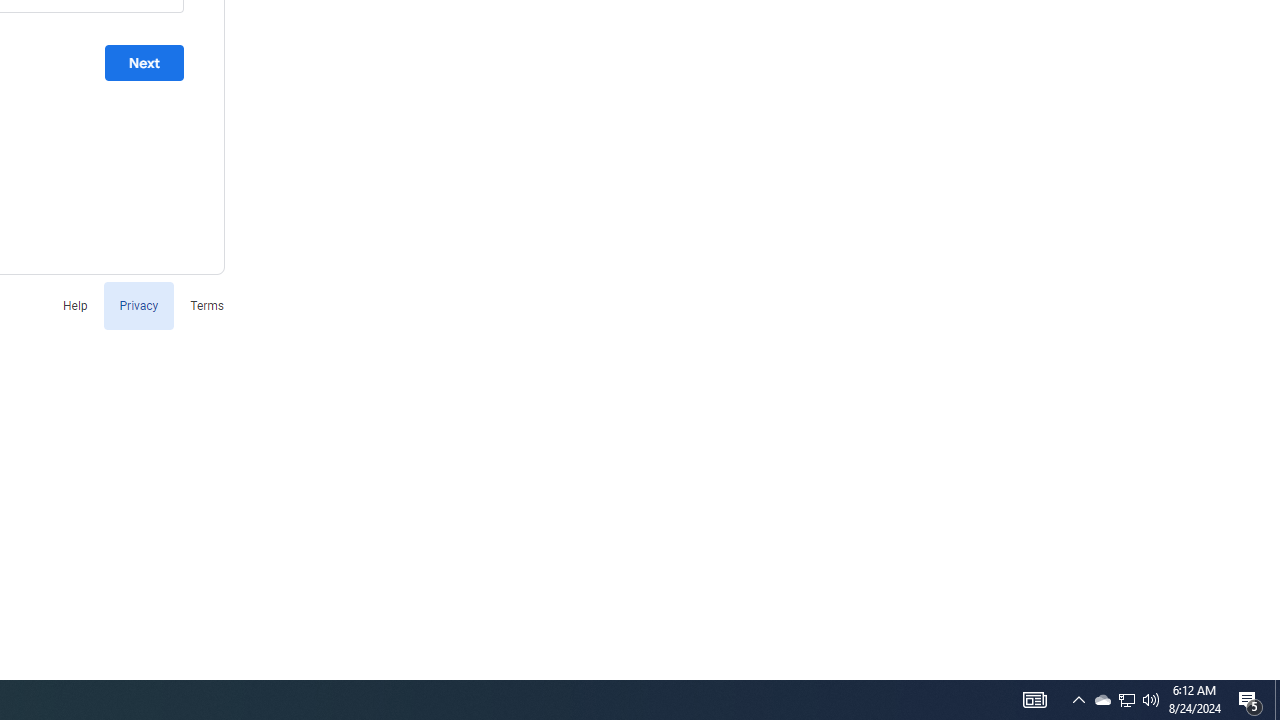 The width and height of the screenshot is (1280, 720). I want to click on 'Help', so click(74, 305).